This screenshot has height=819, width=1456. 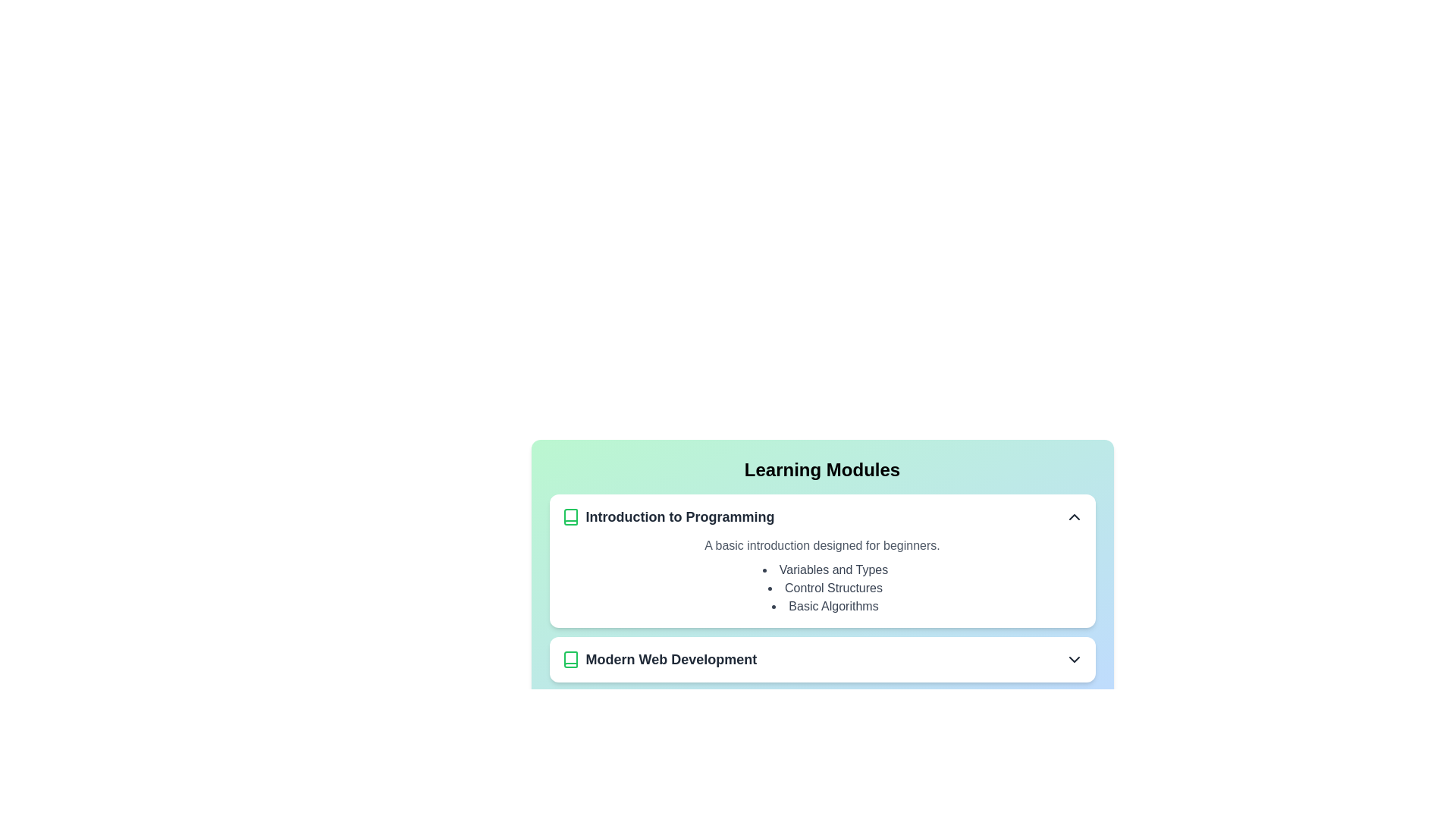 I want to click on the navigational button that serves as a label for the first learning module in the list, positioned below 'Introduction to Programming', so click(x=659, y=659).